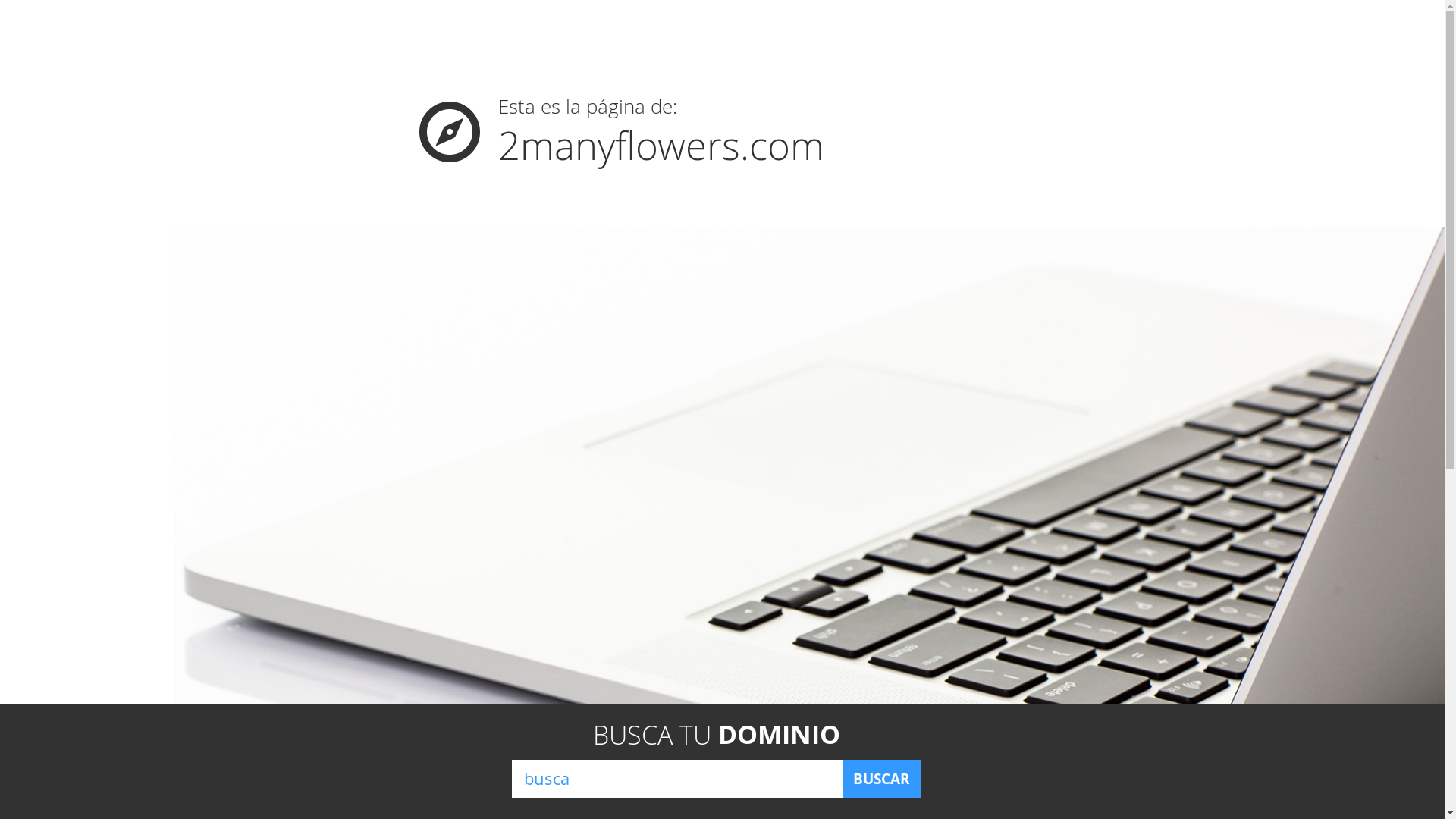 The width and height of the screenshot is (1456, 819). I want to click on 'BUSCAR', so click(880, 778).